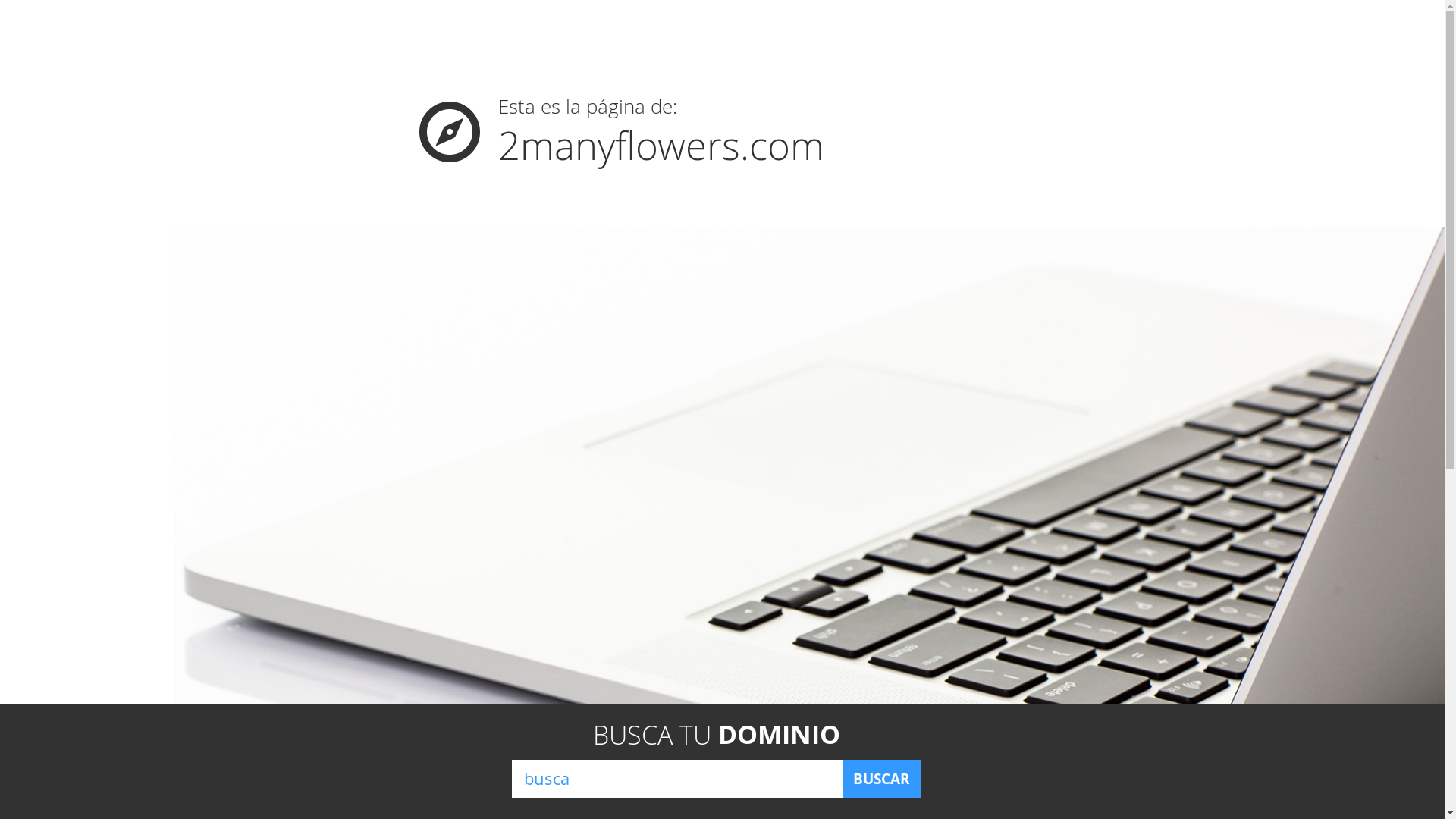 The width and height of the screenshot is (1456, 819). I want to click on 'BUSCAR', so click(880, 778).